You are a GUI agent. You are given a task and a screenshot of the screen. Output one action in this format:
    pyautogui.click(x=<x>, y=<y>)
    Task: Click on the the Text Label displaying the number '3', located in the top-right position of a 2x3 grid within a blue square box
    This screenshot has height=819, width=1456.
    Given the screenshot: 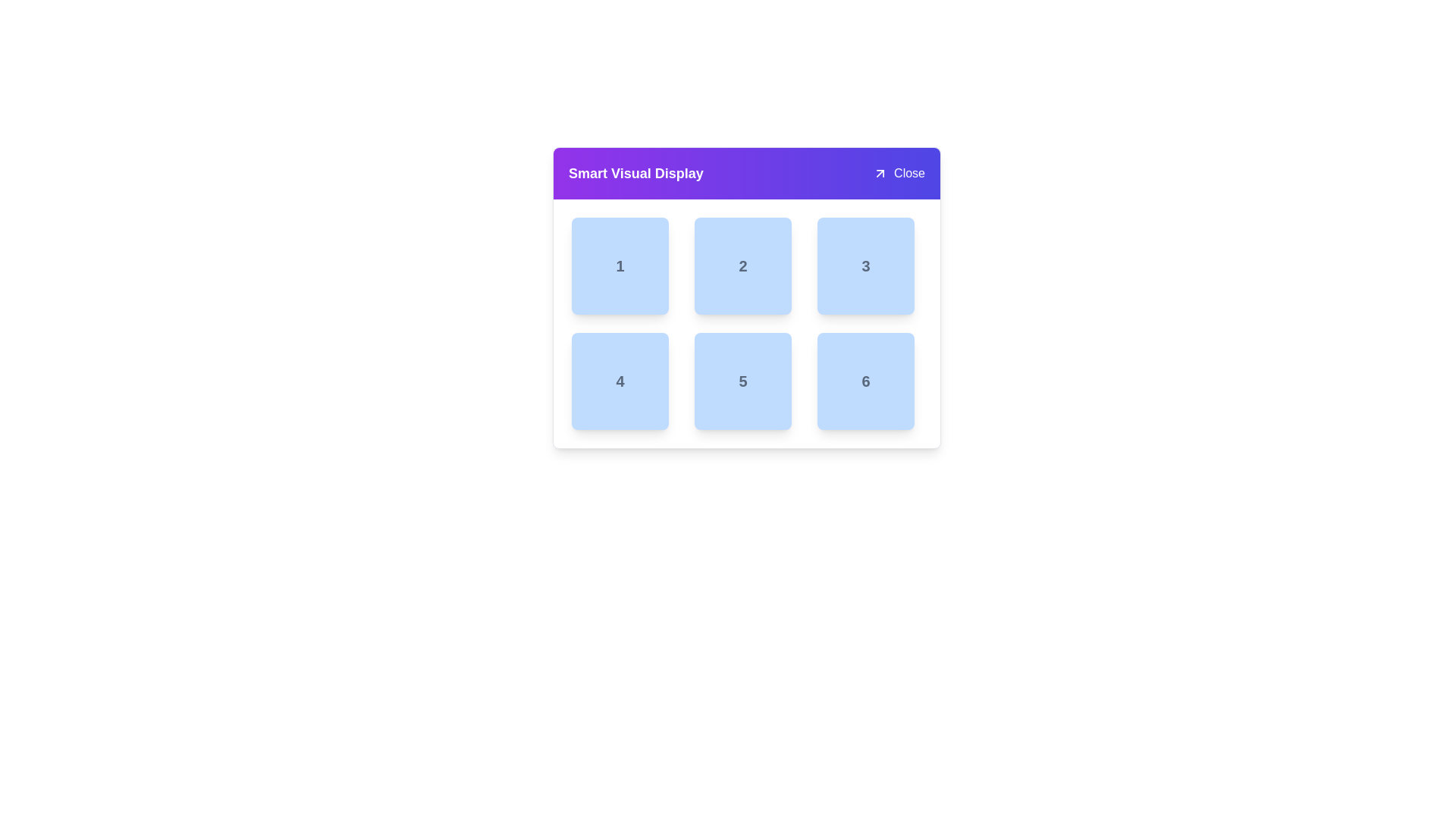 What is the action you would take?
    pyautogui.click(x=866, y=265)
    